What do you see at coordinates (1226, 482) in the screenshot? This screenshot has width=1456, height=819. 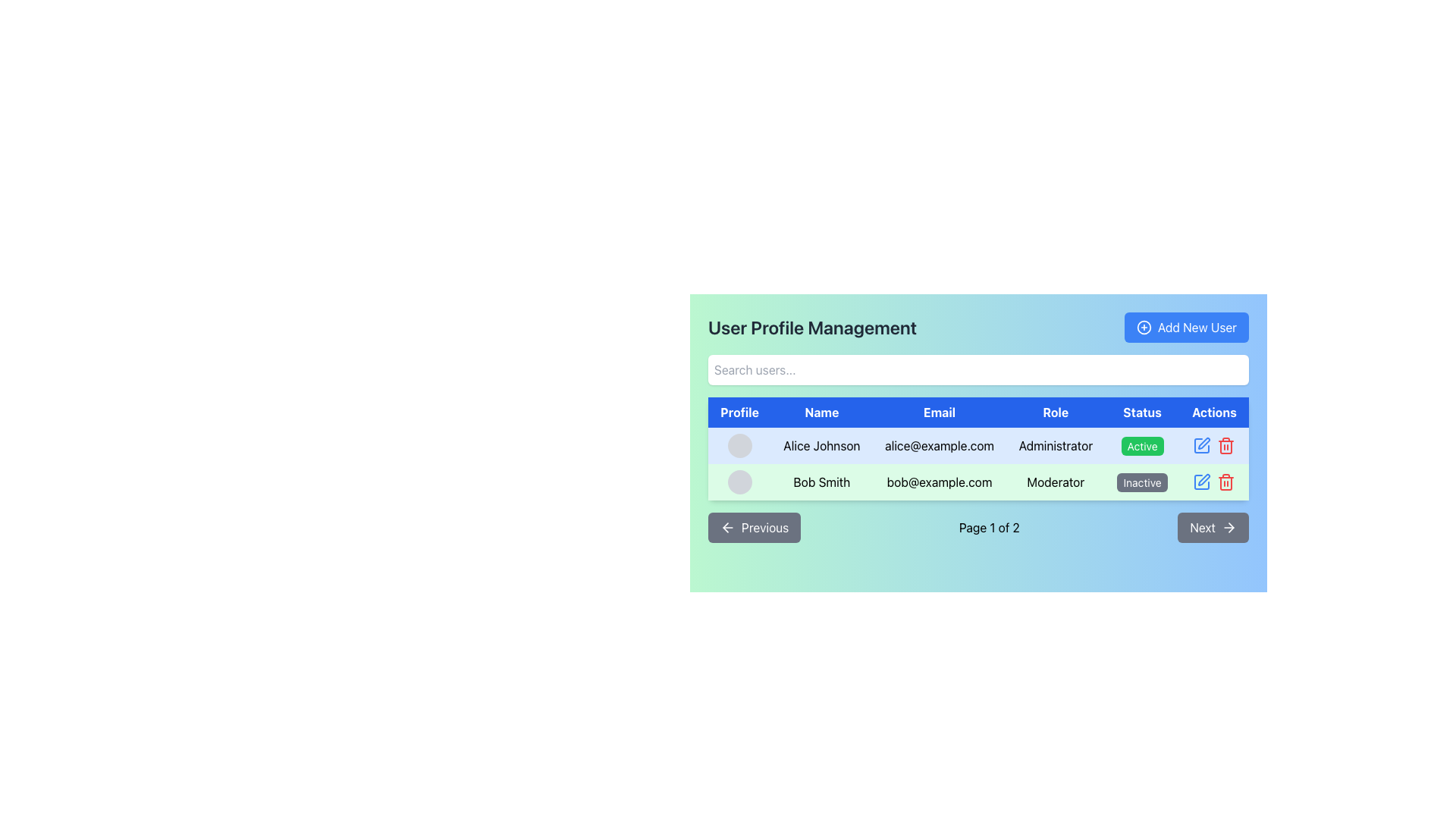 I see `the delete button for user 'Bob Smith' located in the 'Actions' column of the user management table` at bounding box center [1226, 482].